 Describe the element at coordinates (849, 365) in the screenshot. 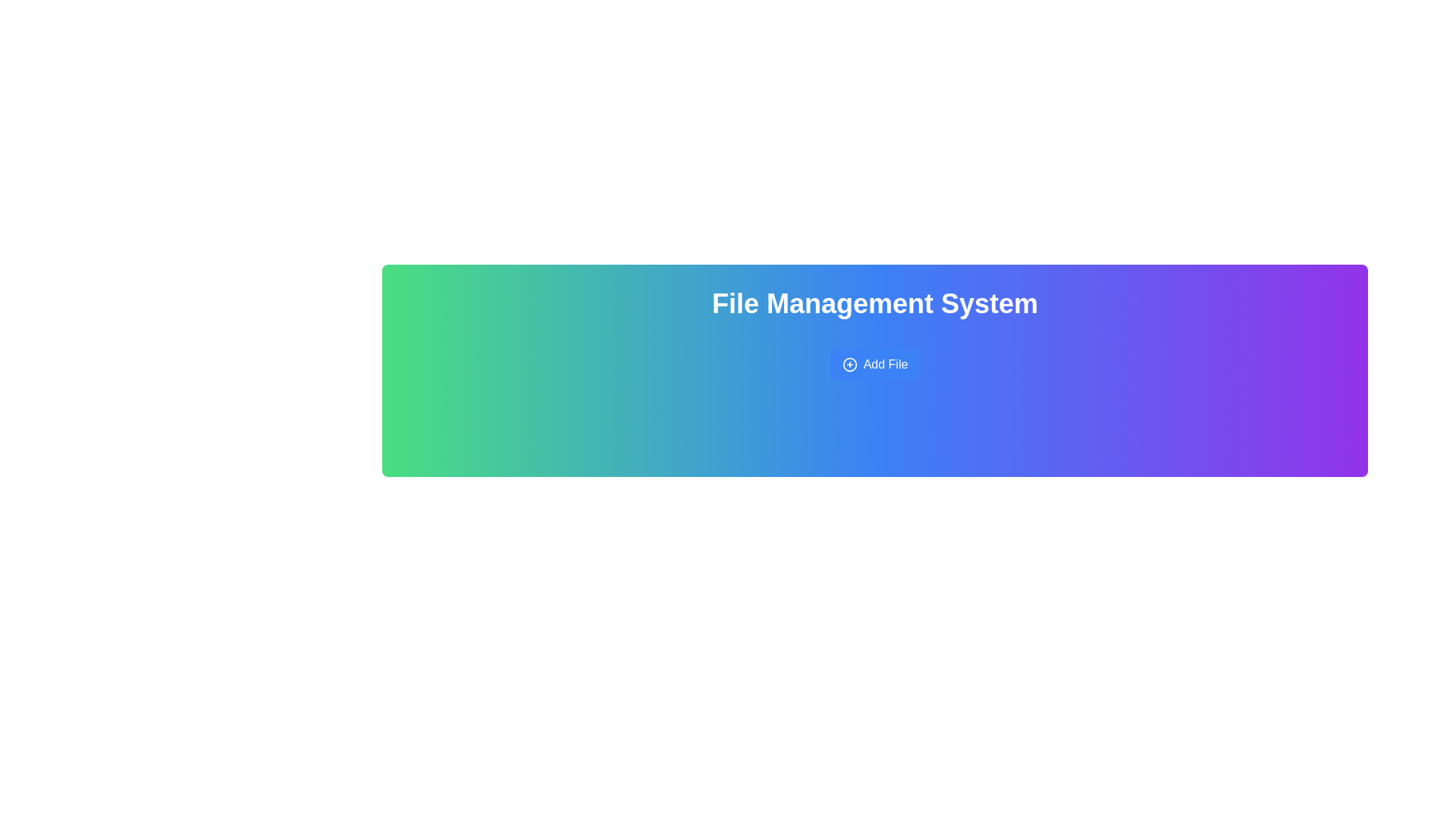

I see `the graphical enhancement of the circular shape in the 'Add File' icon located below the 'File Management System' text` at that location.